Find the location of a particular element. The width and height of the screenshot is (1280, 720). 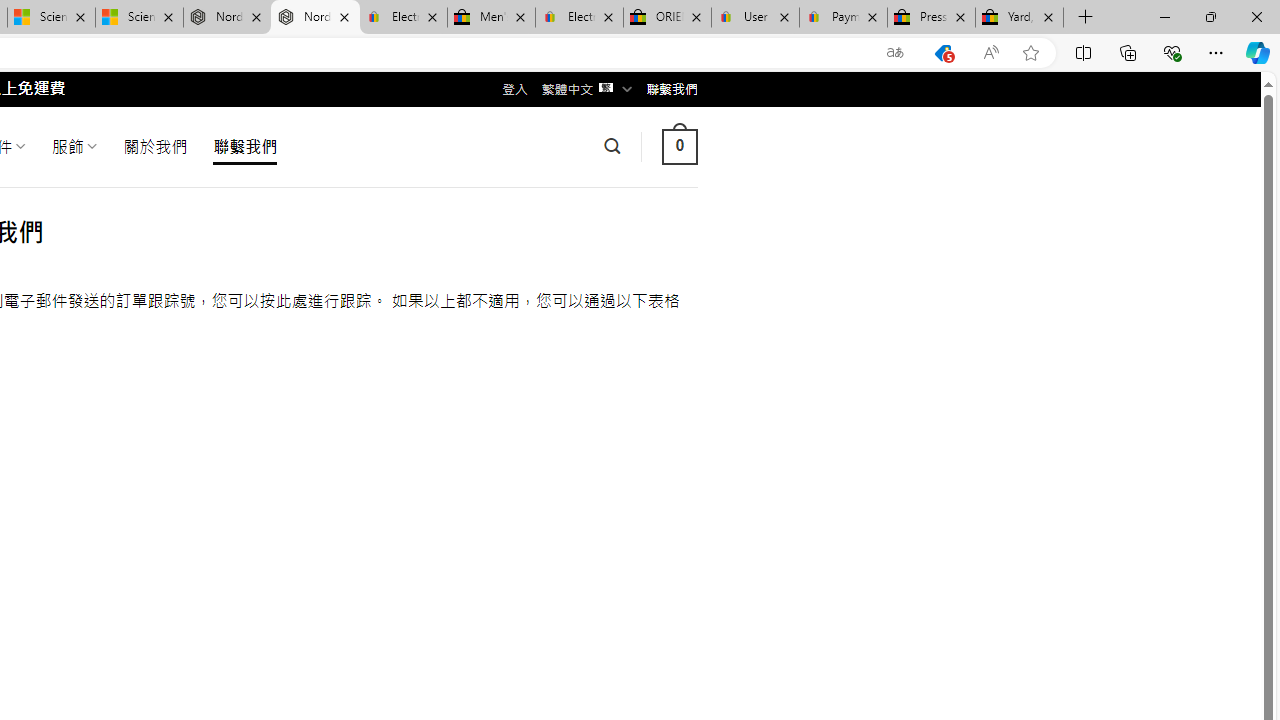

'  0  ' is located at coordinates (679, 145).